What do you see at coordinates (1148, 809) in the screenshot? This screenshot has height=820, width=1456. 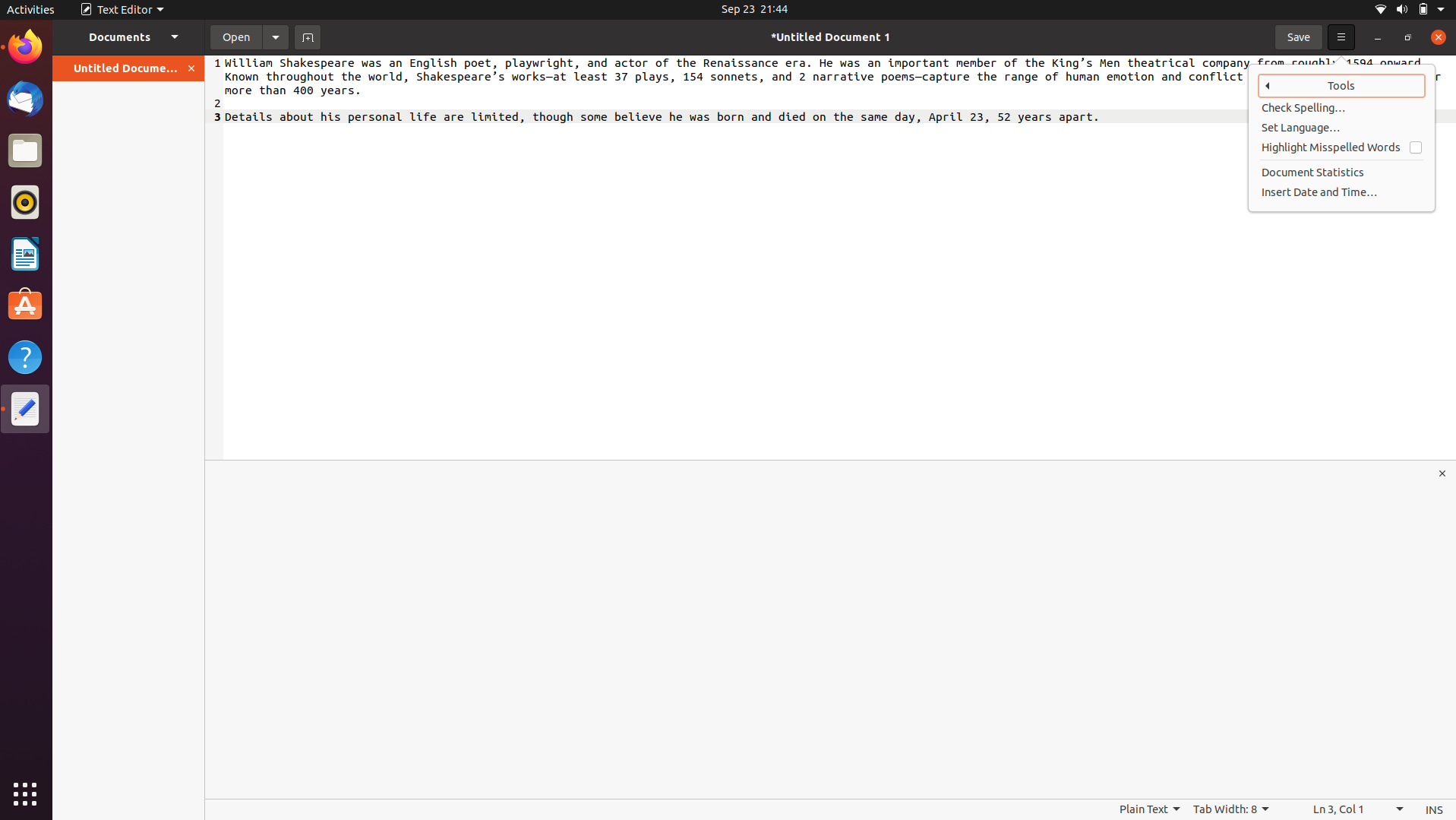 I see `Inspect different options besides basic text` at bounding box center [1148, 809].